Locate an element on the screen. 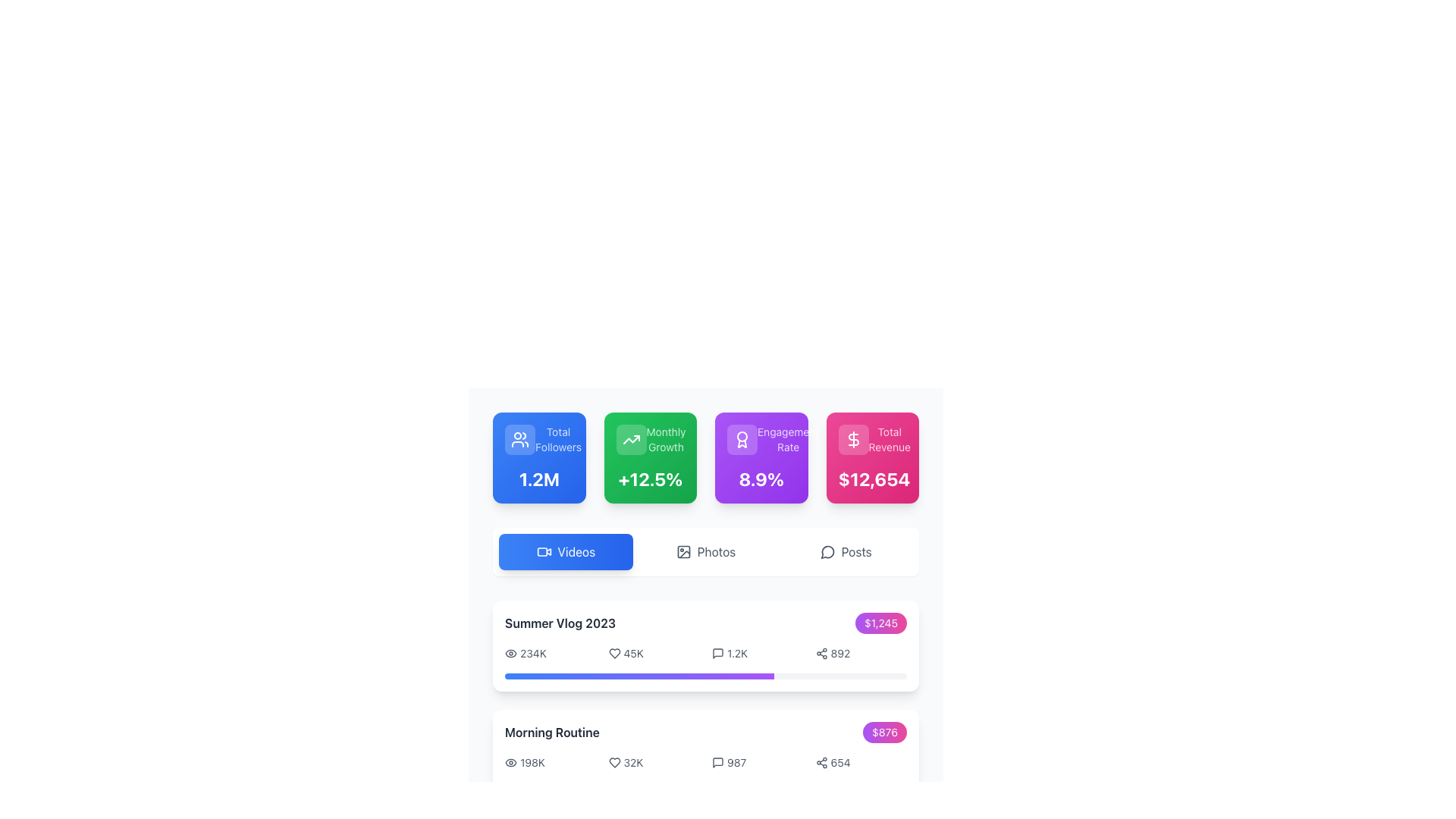  the dollar sign icon, which is styled in white and located on a magenta-pink background within the 'Total Revenue' tile at the top-right corner of the four tiles section is located at coordinates (853, 439).